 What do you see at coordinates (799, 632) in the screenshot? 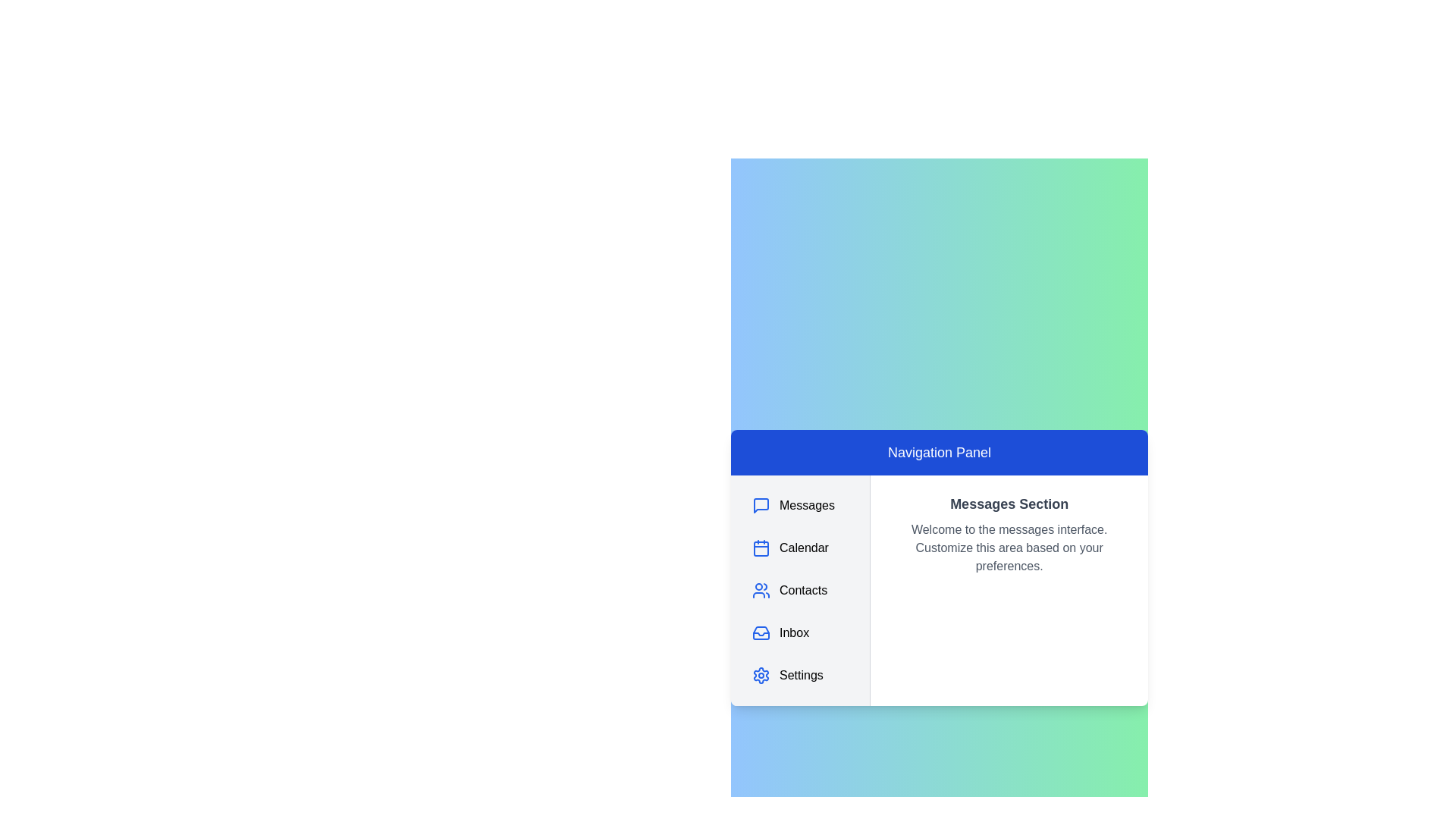
I see `the navigation panel item corresponding to Inbox` at bounding box center [799, 632].